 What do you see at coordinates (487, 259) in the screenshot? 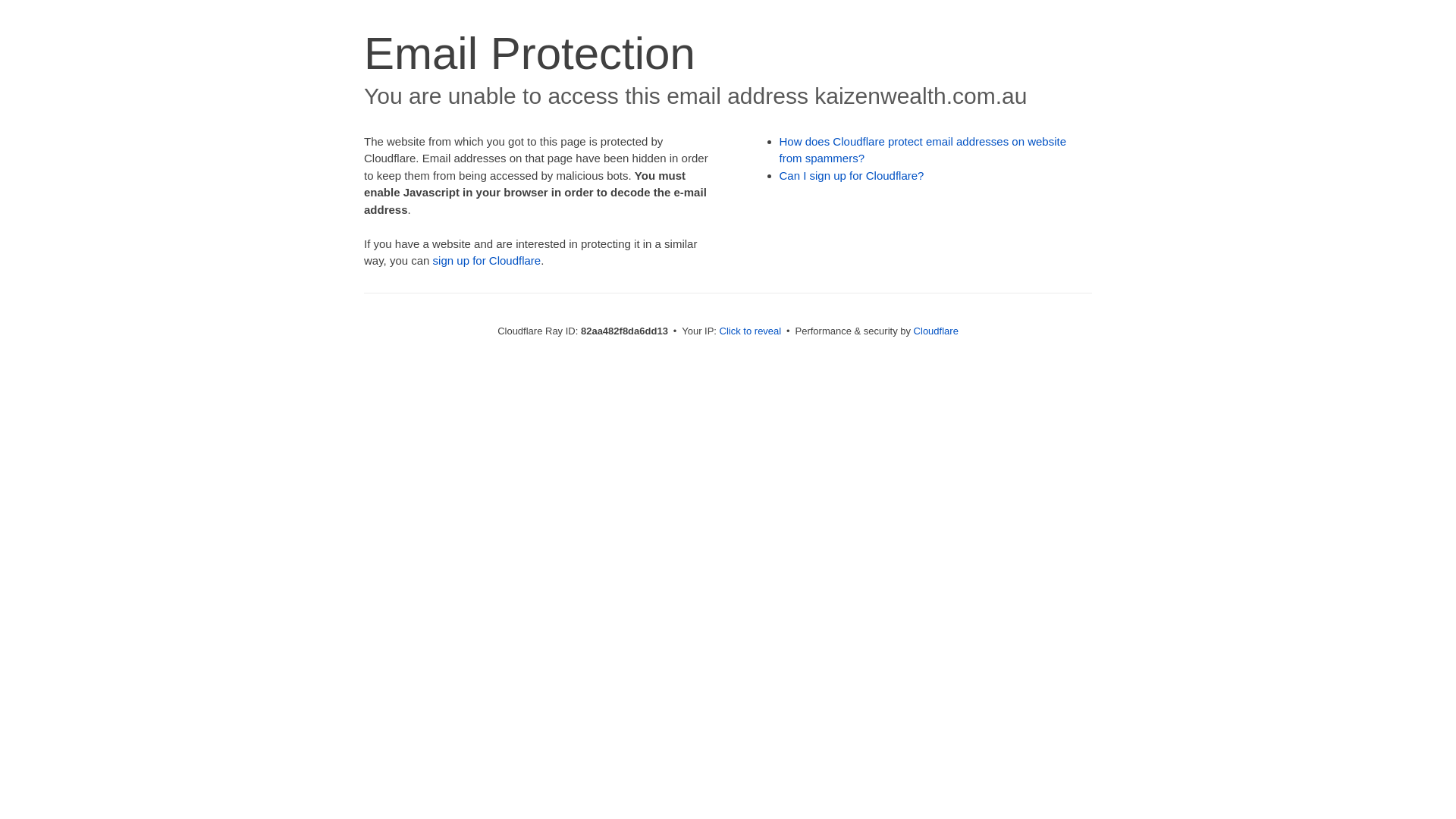
I see `'sign up for Cloudflare'` at bounding box center [487, 259].